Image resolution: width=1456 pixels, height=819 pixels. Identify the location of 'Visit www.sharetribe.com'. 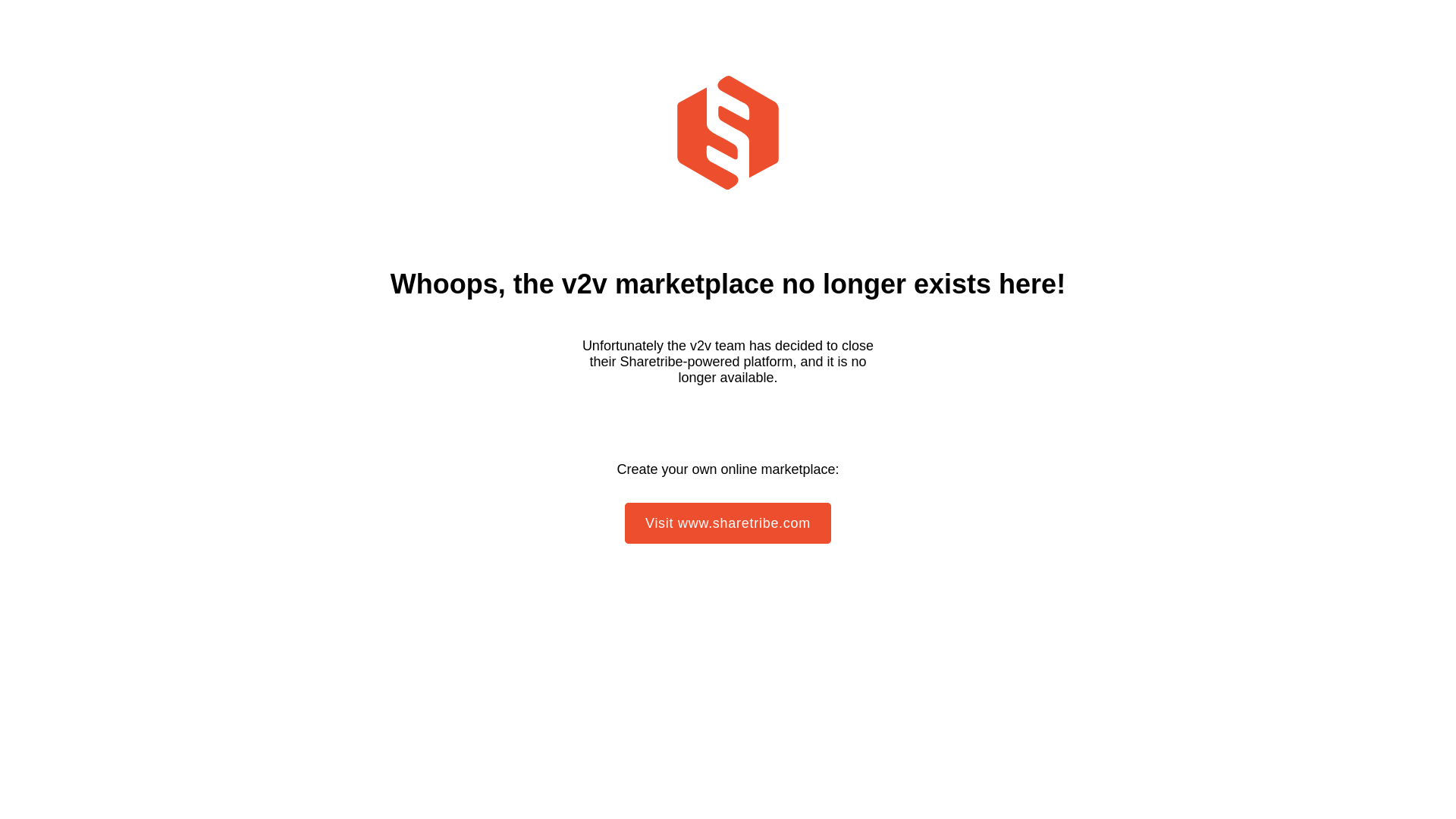
(728, 522).